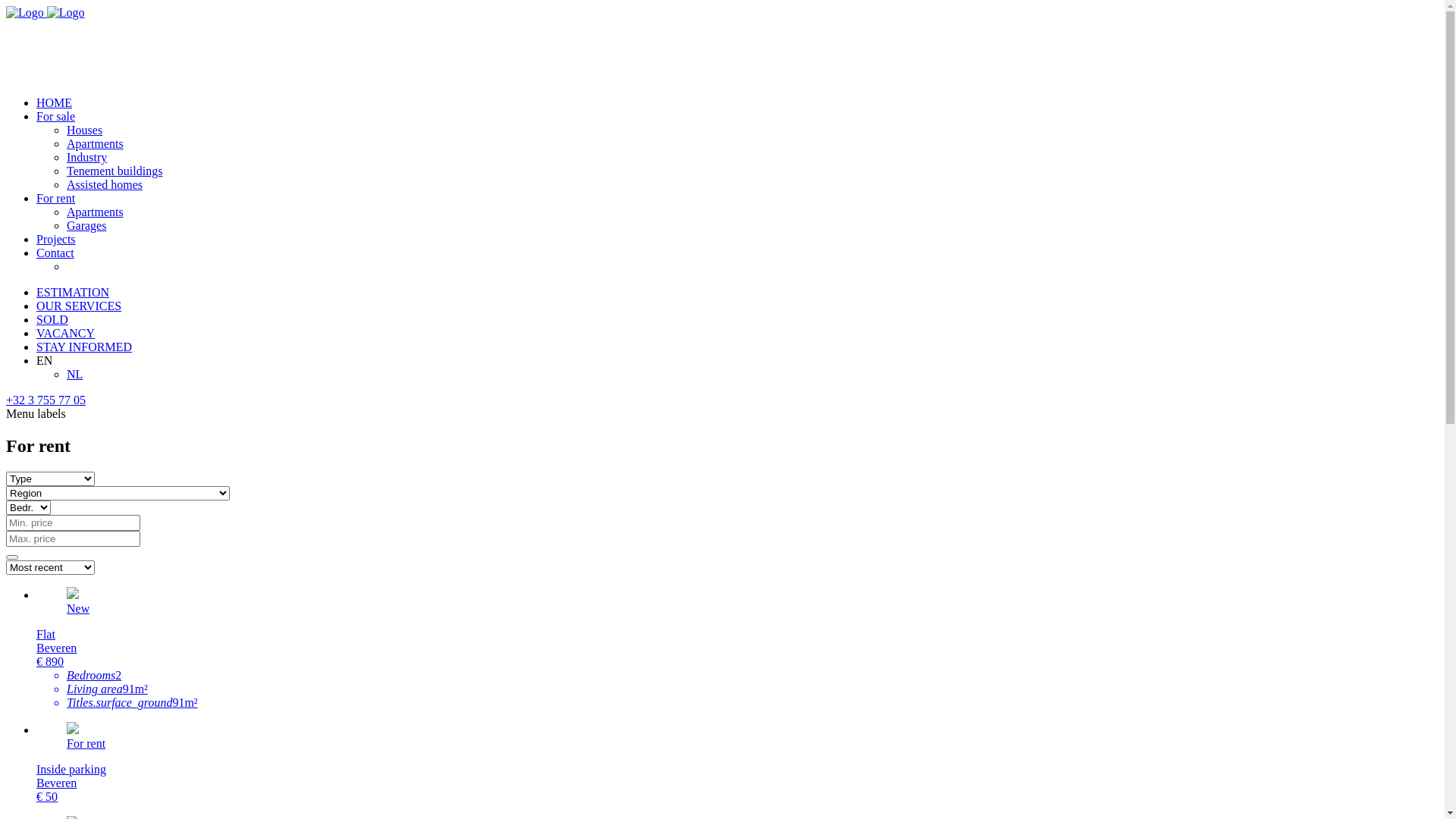  What do you see at coordinates (86, 225) in the screenshot?
I see `'Garages'` at bounding box center [86, 225].